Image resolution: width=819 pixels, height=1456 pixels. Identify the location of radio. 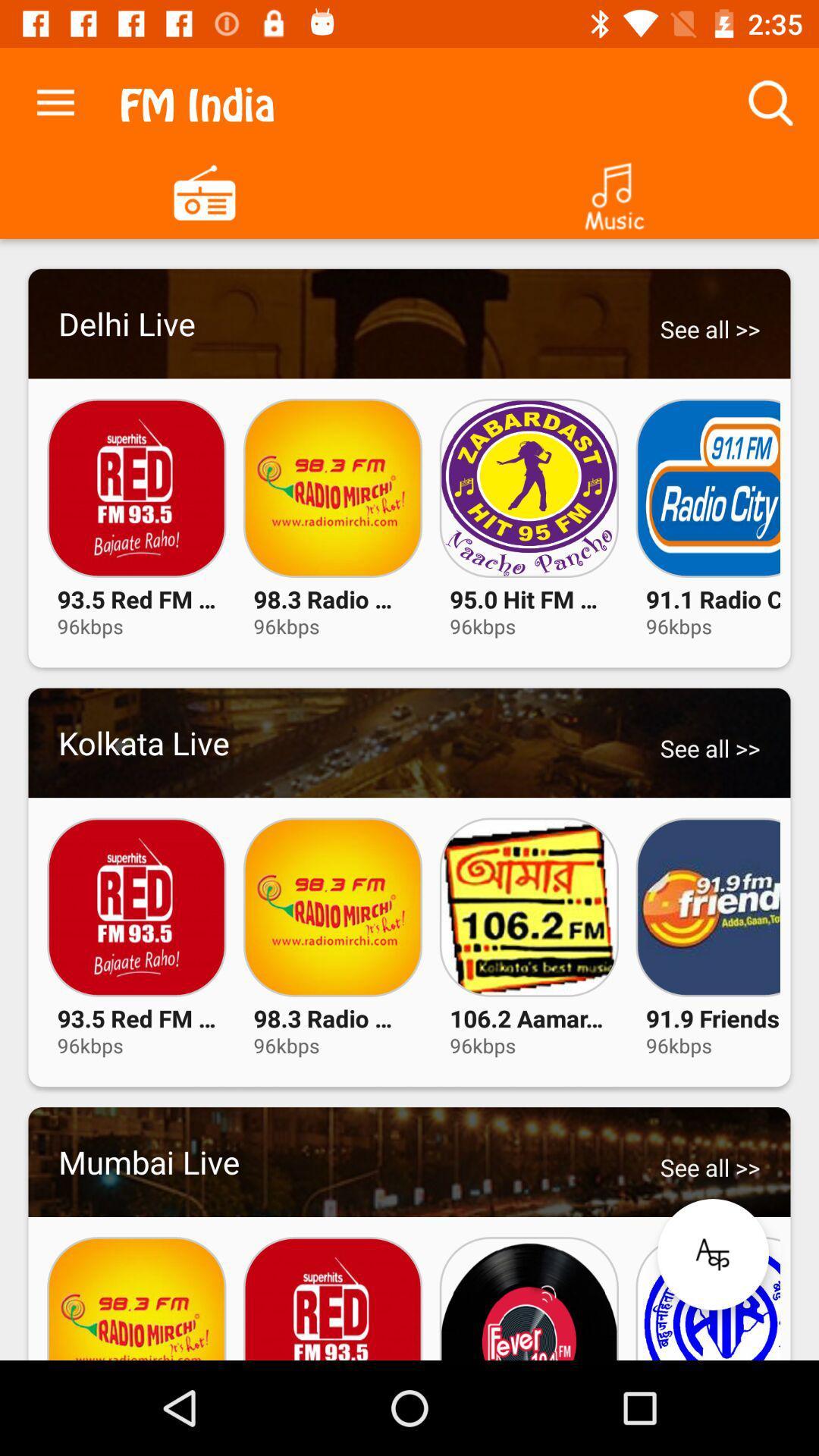
(205, 190).